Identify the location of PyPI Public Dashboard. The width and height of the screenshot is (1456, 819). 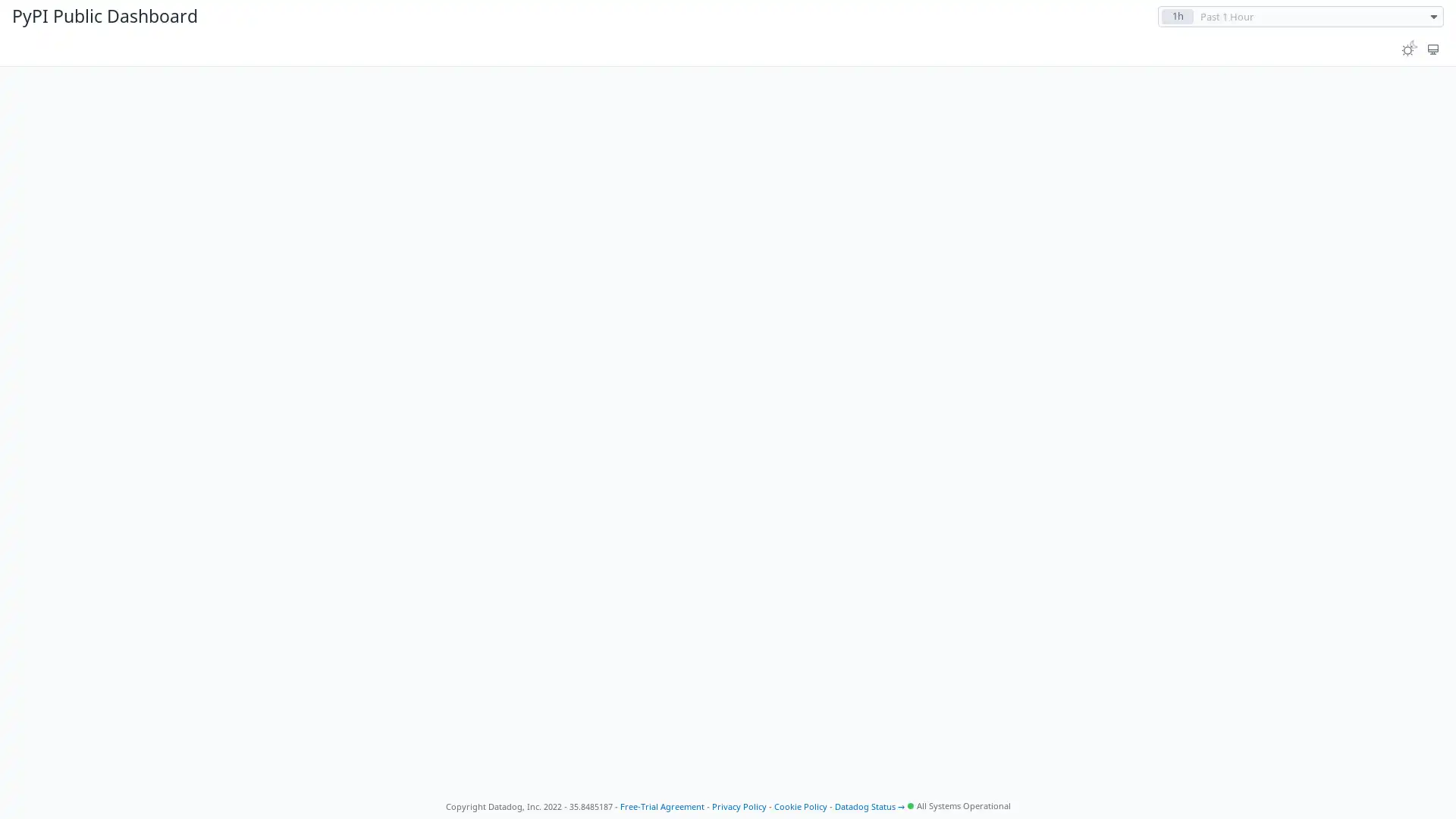
(107, 15).